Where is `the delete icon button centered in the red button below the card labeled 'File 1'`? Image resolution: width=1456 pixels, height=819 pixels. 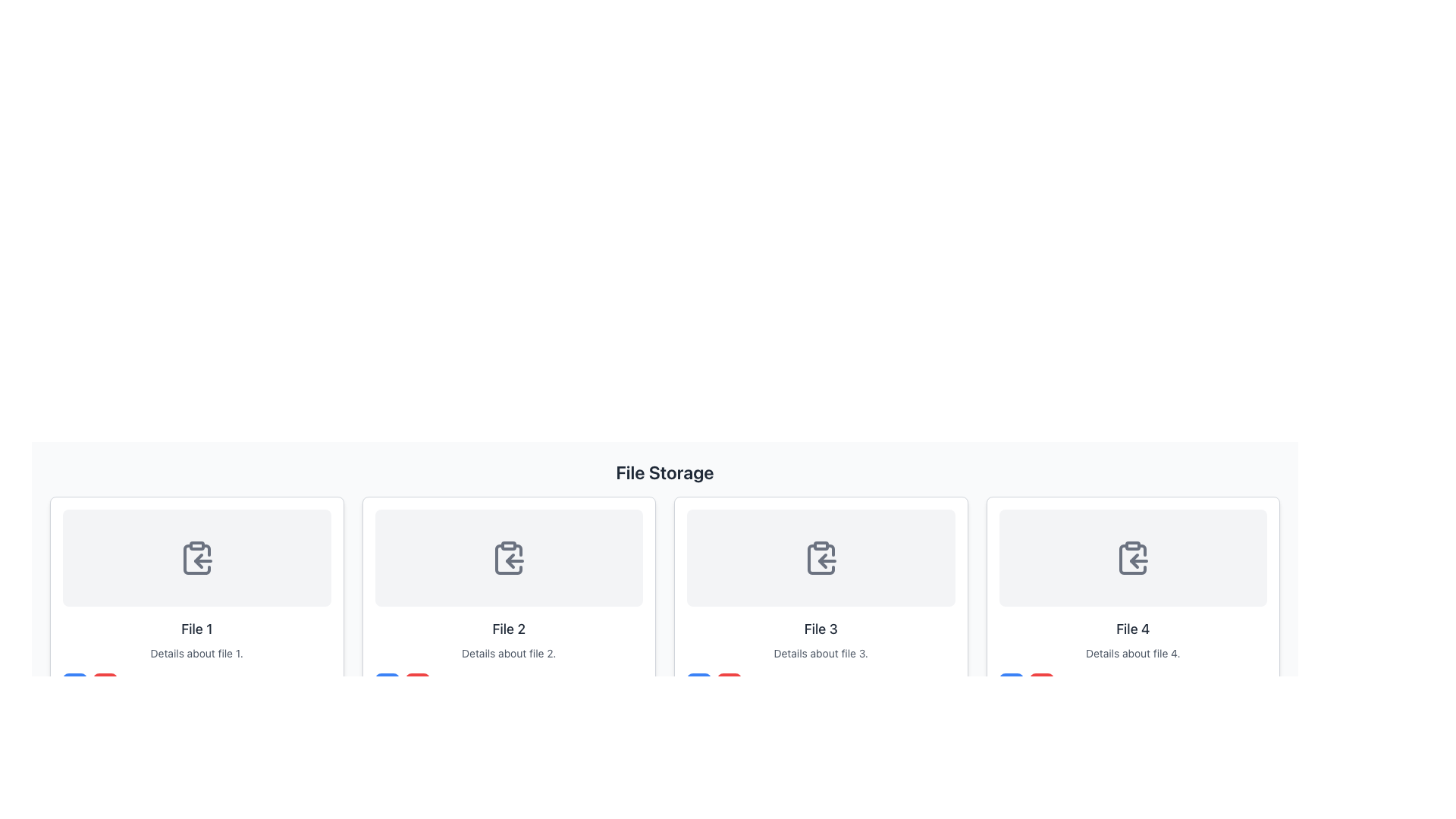
the delete icon button centered in the red button below the card labeled 'File 1' is located at coordinates (105, 685).